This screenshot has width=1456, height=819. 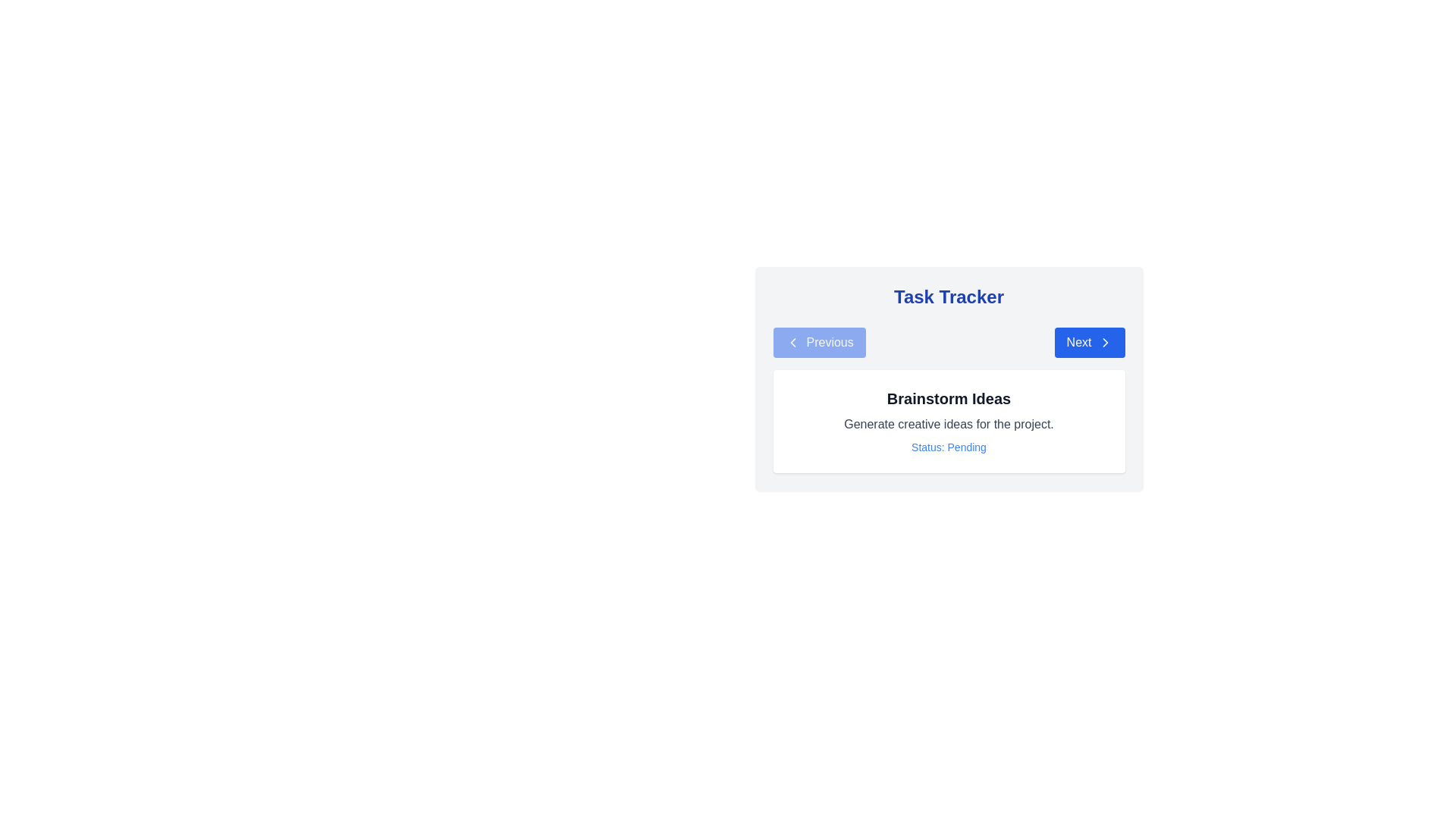 I want to click on the arrow icon located within the 'Previous' button, which indicates backward navigation and is positioned to the left of the button's label, so click(x=792, y=342).